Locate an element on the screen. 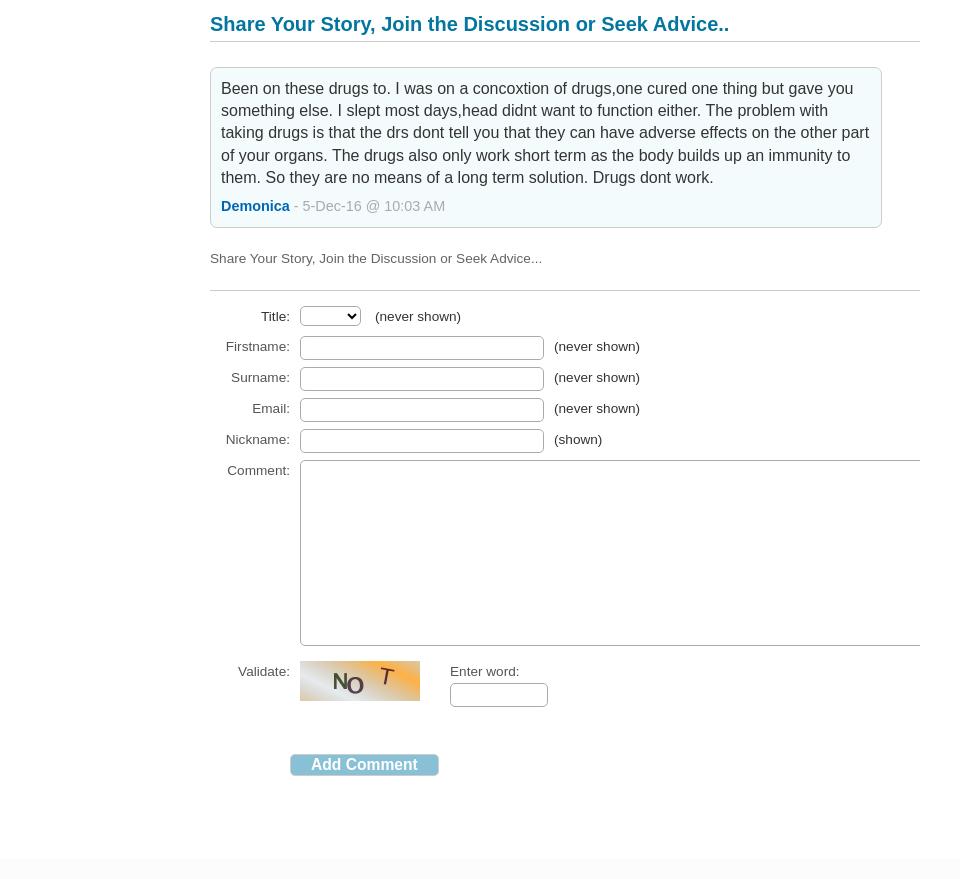  'Validate:' is located at coordinates (263, 669).